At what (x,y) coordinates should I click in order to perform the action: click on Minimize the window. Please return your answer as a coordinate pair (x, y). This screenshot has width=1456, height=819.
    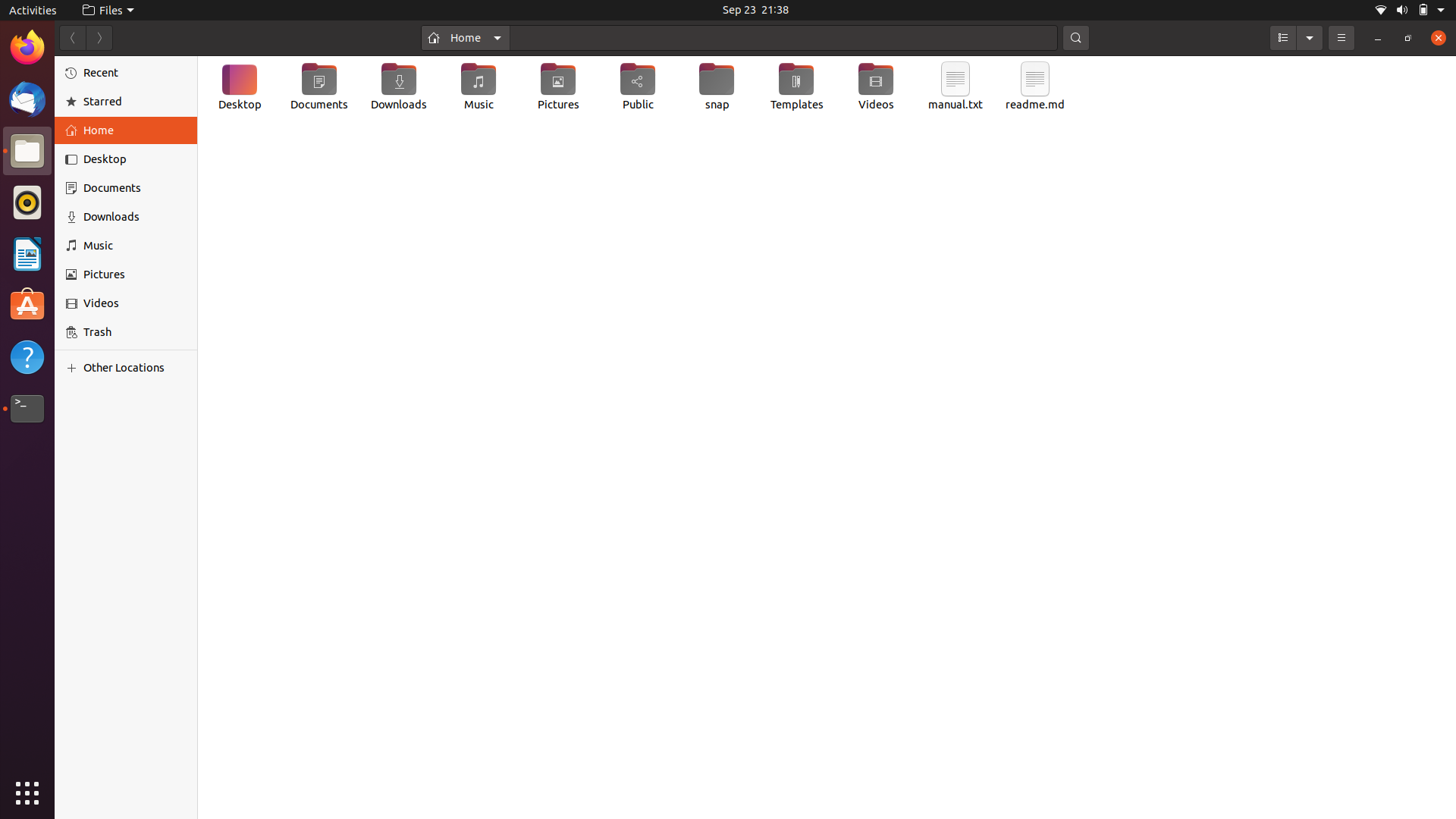
    Looking at the image, I should click on (1377, 37).